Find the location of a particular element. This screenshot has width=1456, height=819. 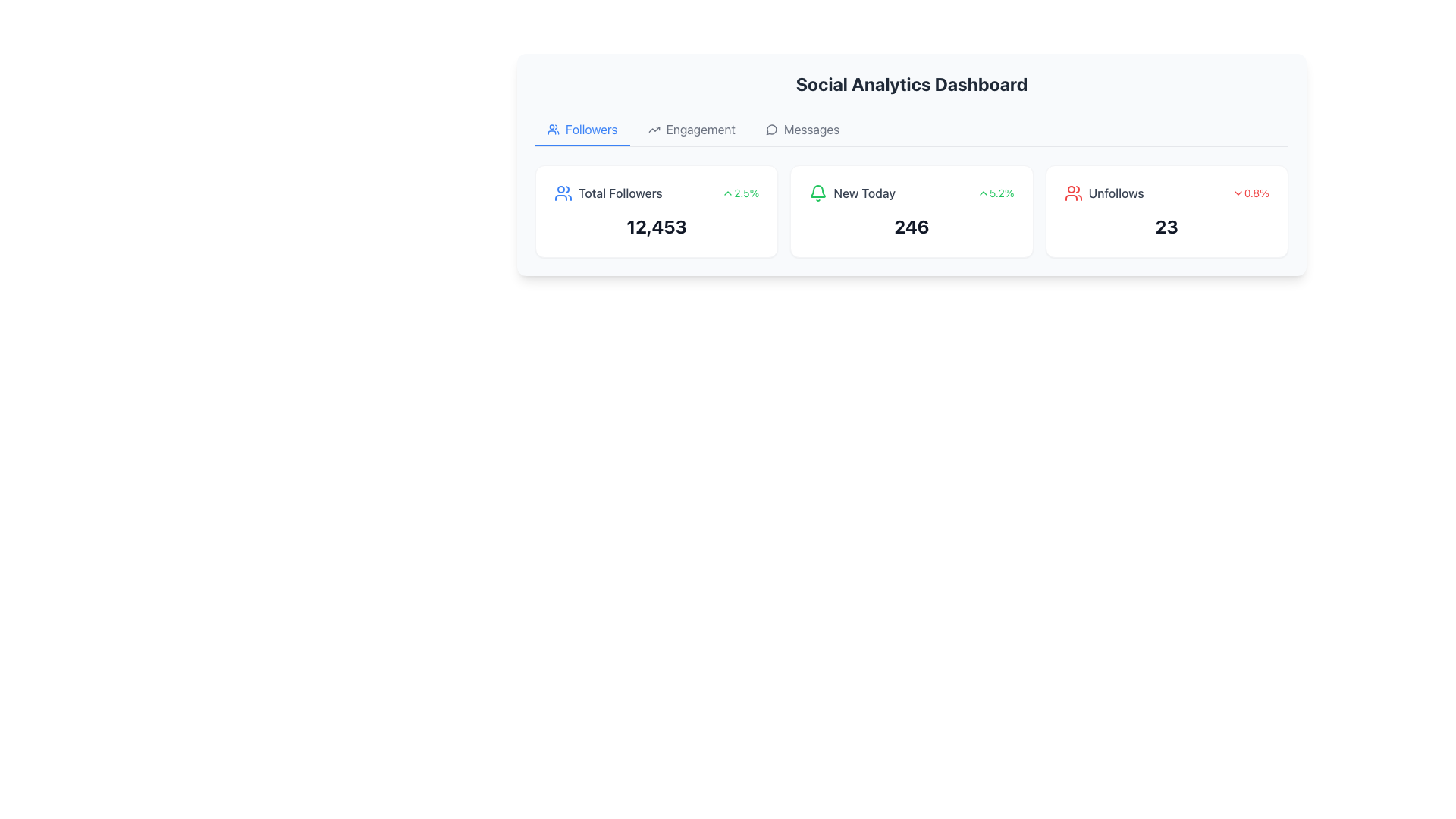

the icon representing multiple users, which is the leftmost element of the 'Followers' tab is located at coordinates (552, 128).